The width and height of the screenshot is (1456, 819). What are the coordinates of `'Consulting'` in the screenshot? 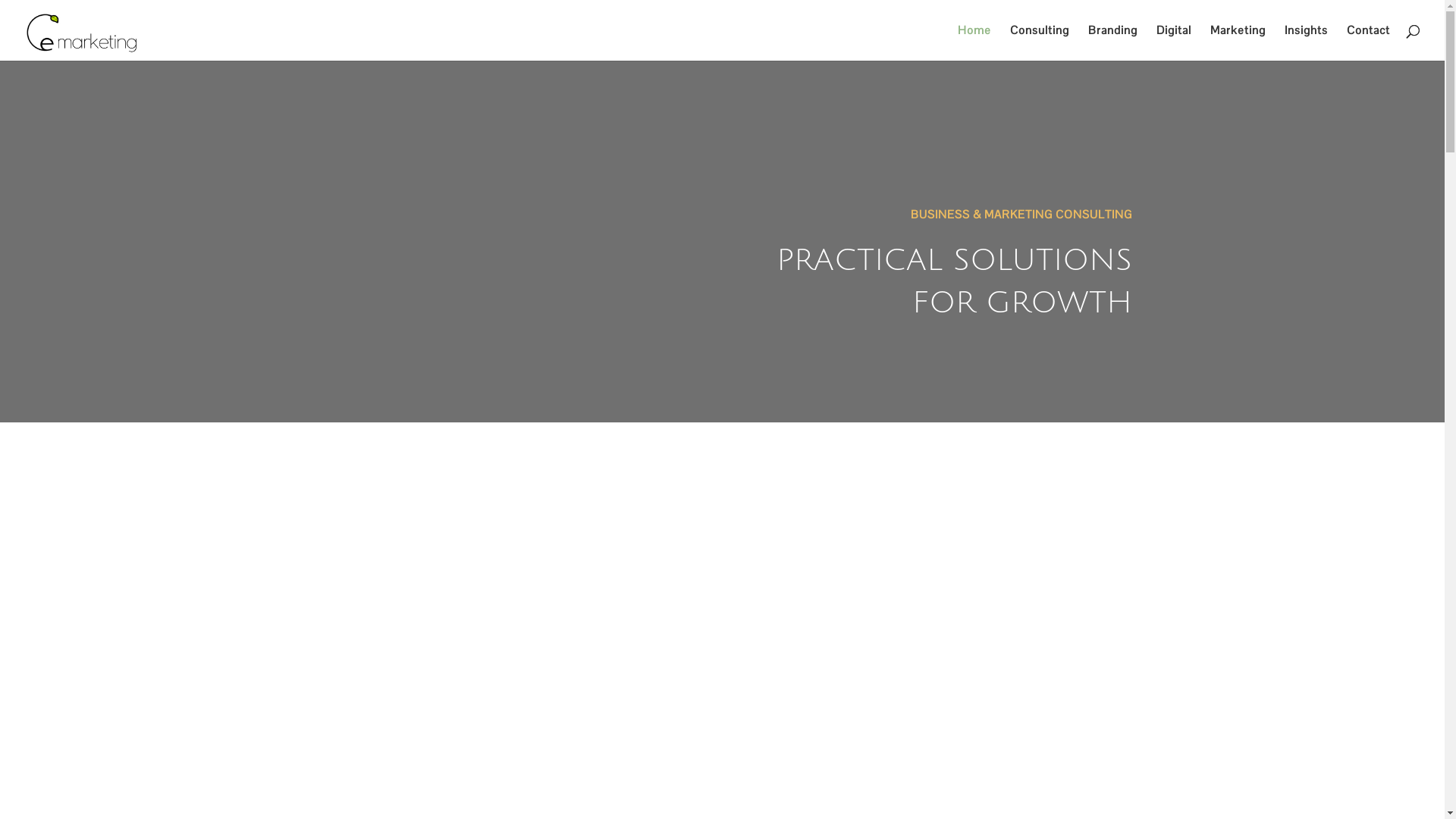 It's located at (1039, 42).